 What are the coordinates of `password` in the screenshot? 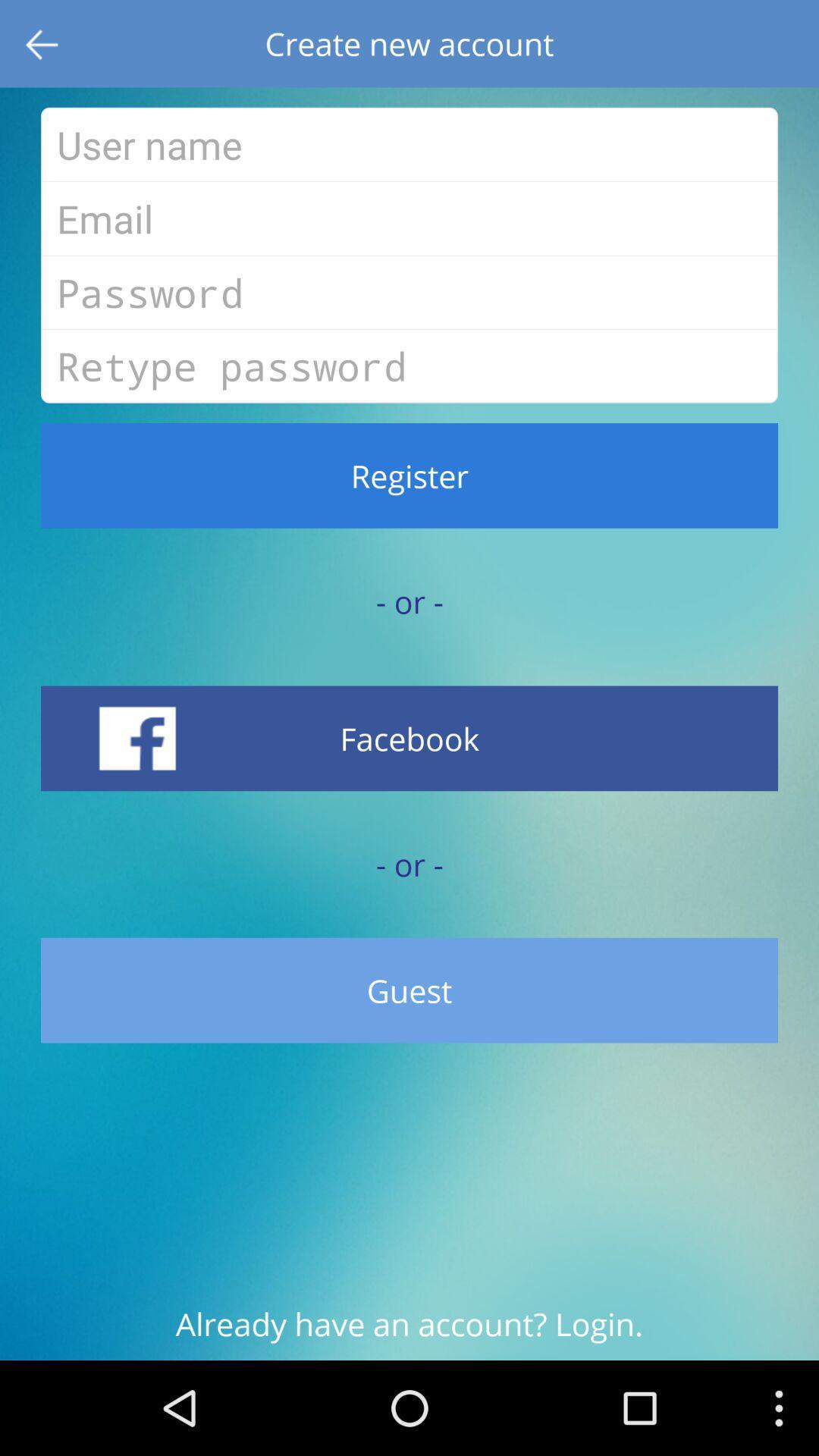 It's located at (409, 292).